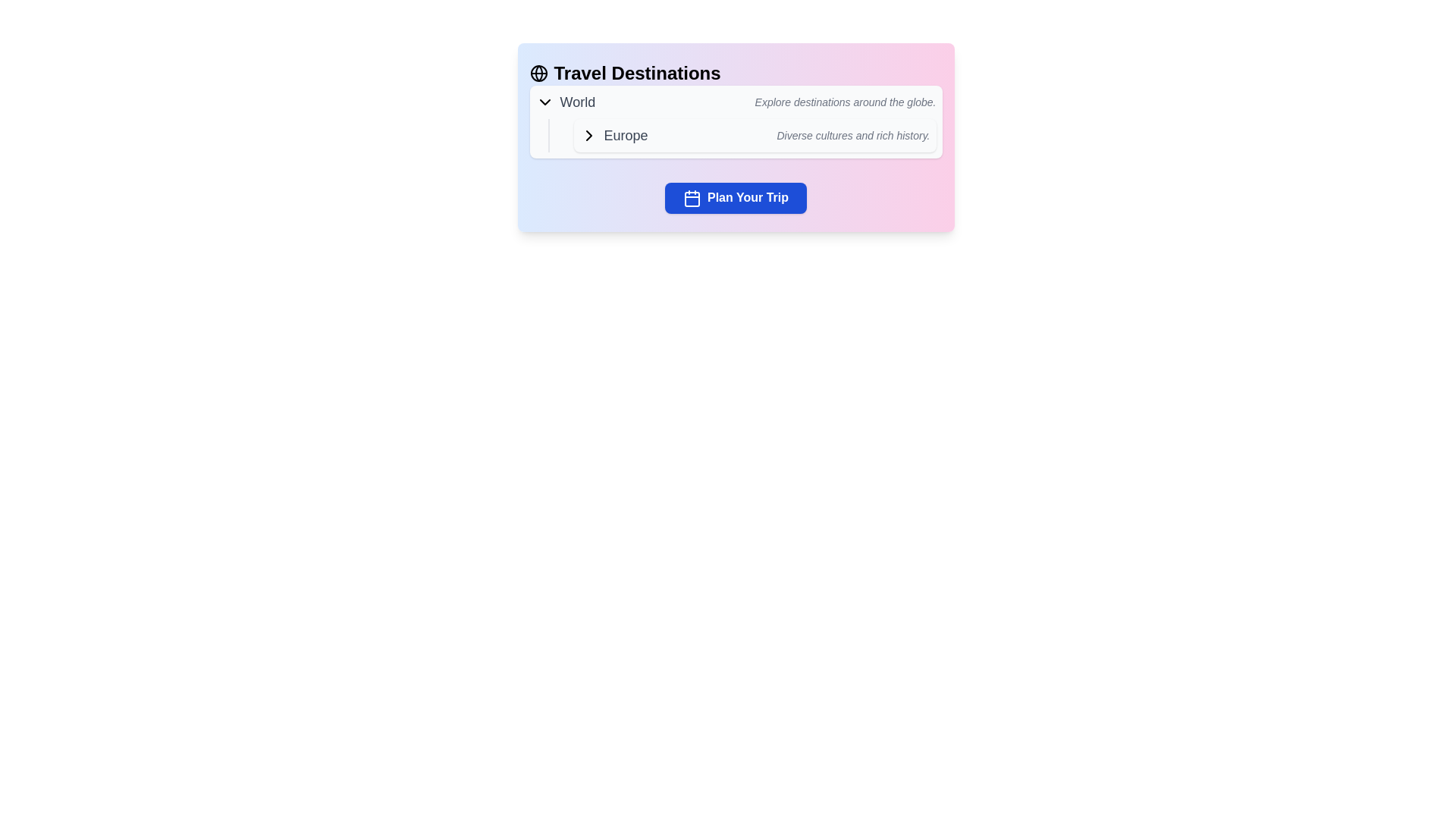 The height and width of the screenshot is (819, 1456). What do you see at coordinates (538, 73) in the screenshot?
I see `the circular globe icon located to the left of the text 'Travel Destinations', which is outlined with a thick black stroke and contains latitude and longitude lines` at bounding box center [538, 73].